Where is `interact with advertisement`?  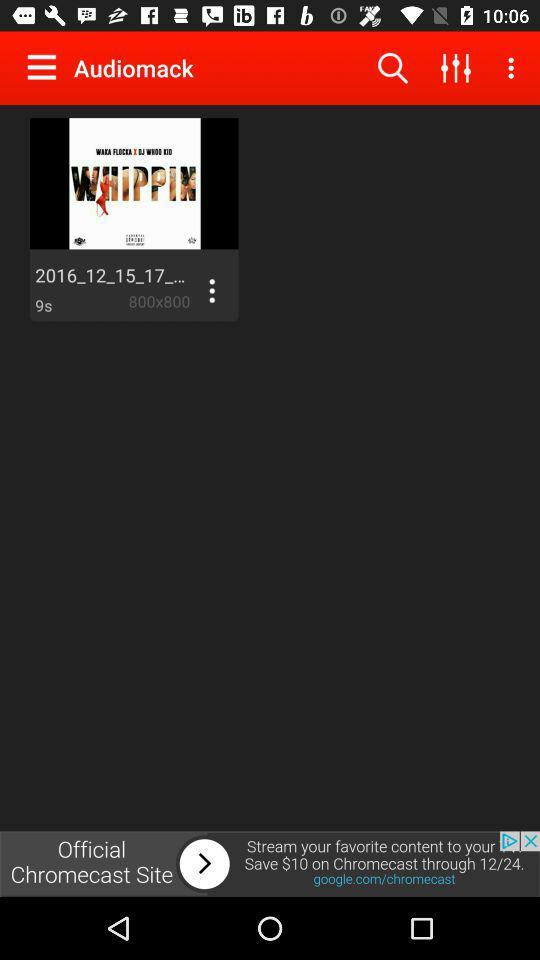 interact with advertisement is located at coordinates (270, 863).